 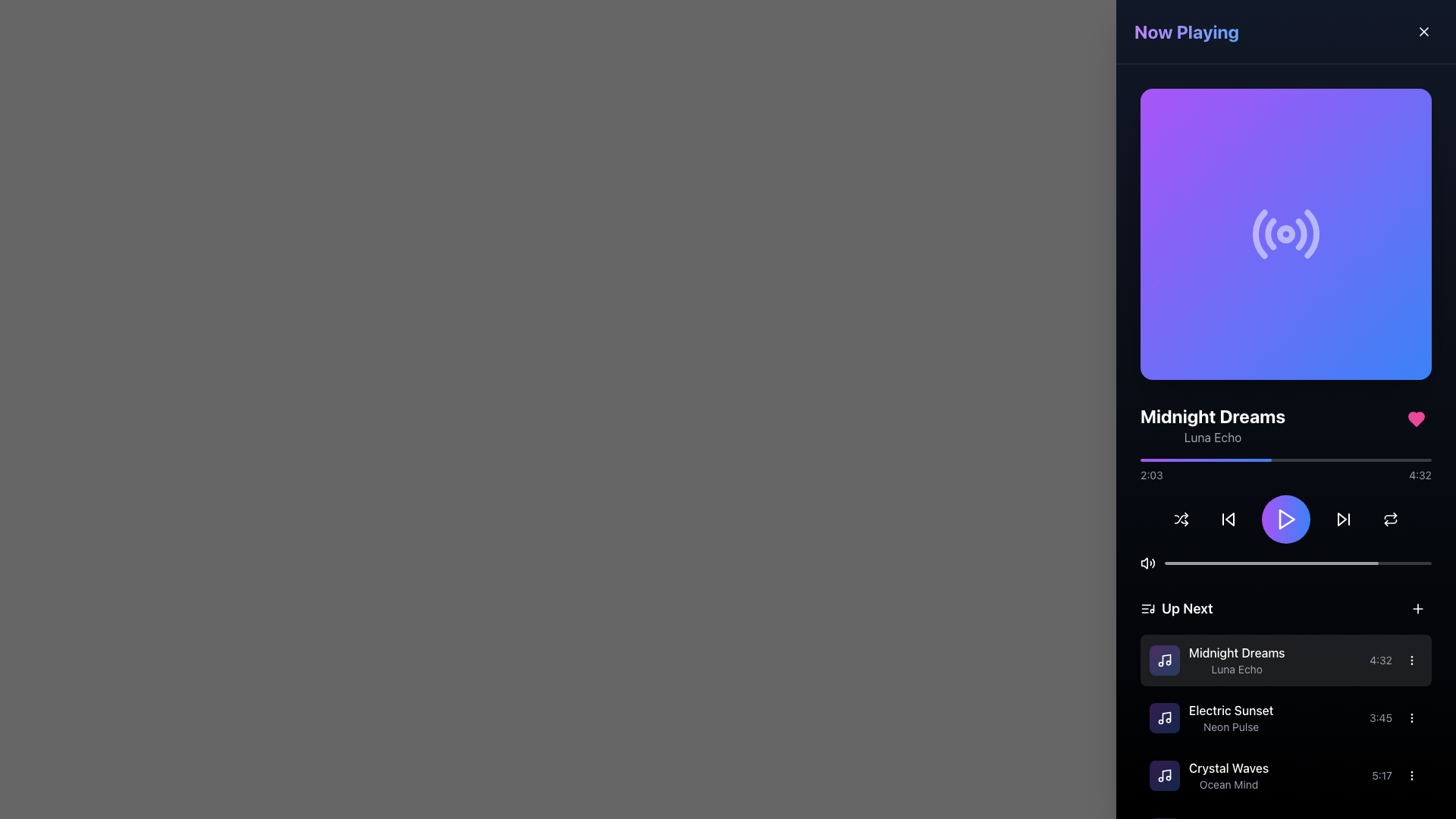 I want to click on playback position, so click(x=1330, y=563).